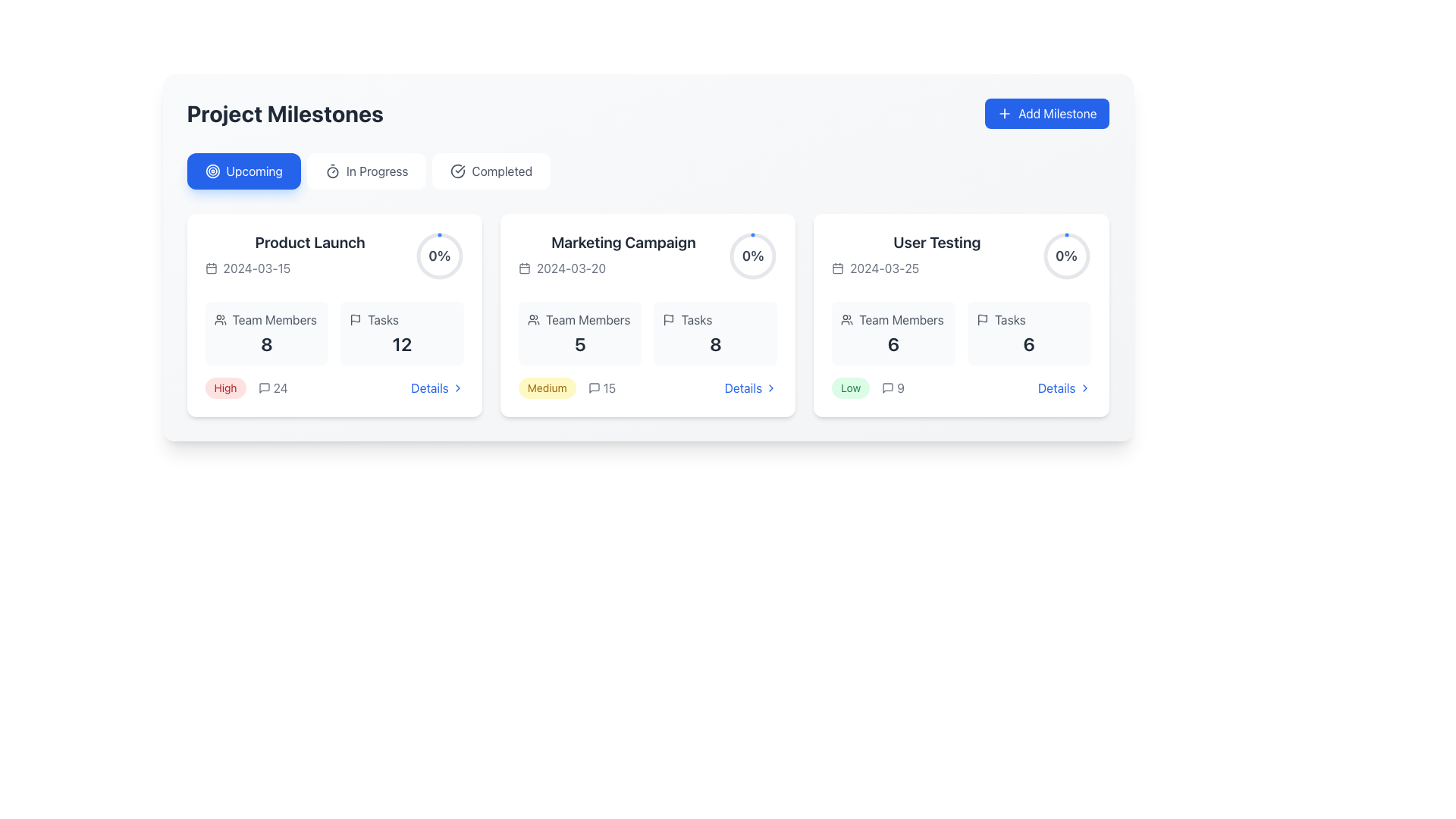  I want to click on the circular progress indicator in the top-right corner of the 'Product Launch' card, so click(438, 256).